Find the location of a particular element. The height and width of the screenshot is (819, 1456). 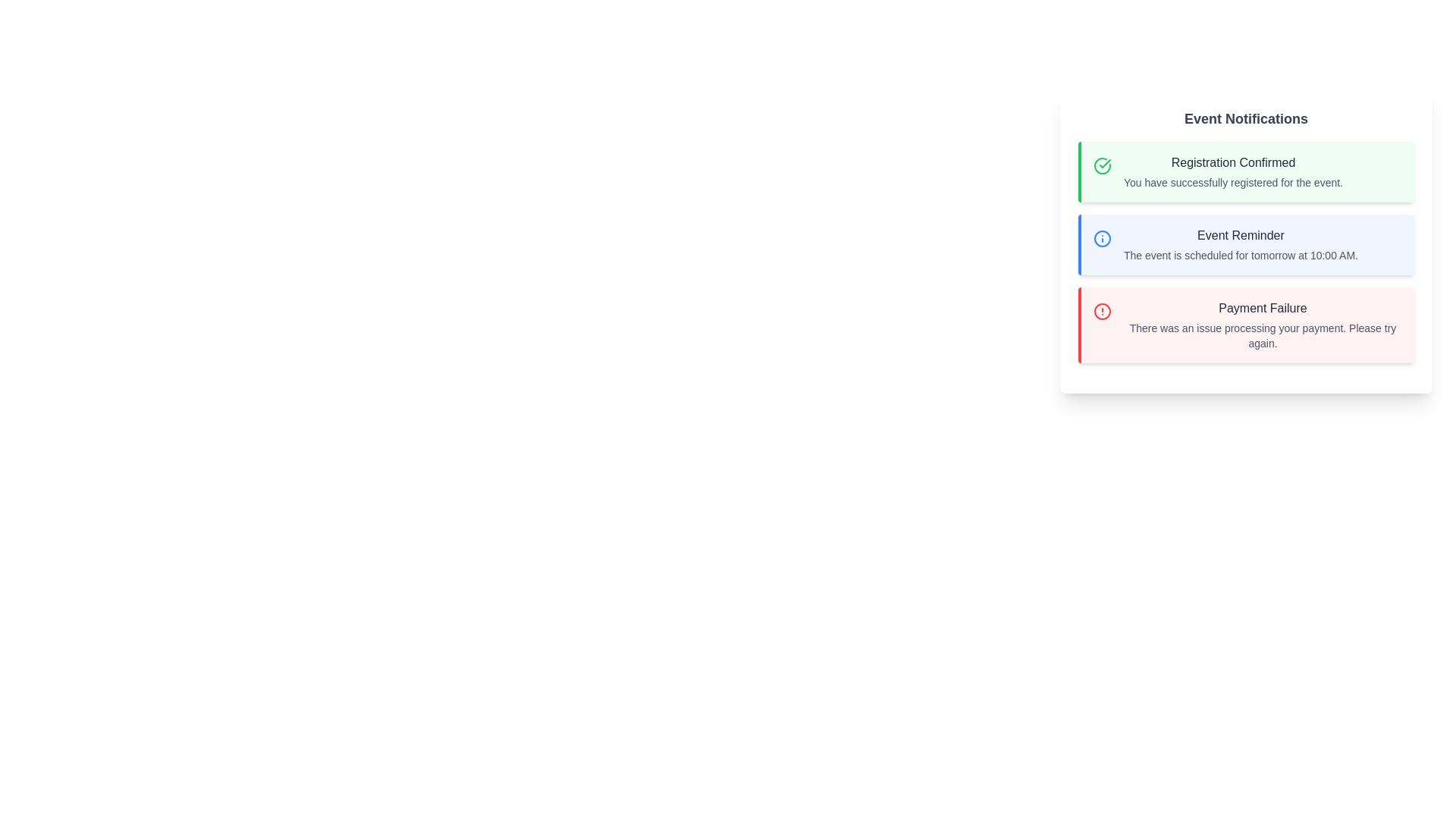

the informative icon located on the left side of the 'Event Reminder' notification, which emphasizes the scheduled event for tomorrow at 10:00 AM is located at coordinates (1103, 239).